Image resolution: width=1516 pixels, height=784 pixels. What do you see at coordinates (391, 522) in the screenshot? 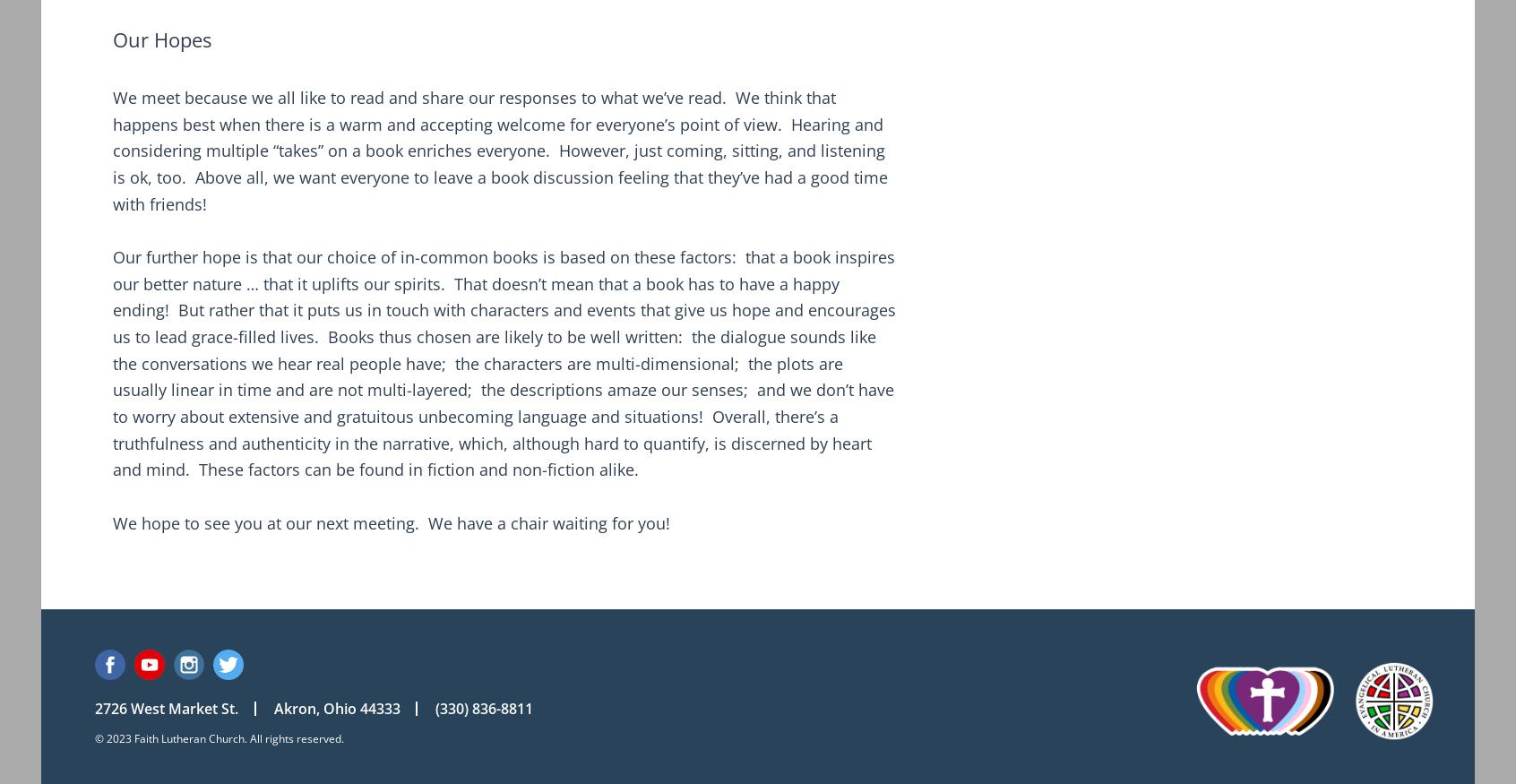
I see `'We hope to see you at our next meeting.  We have a chair waiting for you!'` at bounding box center [391, 522].